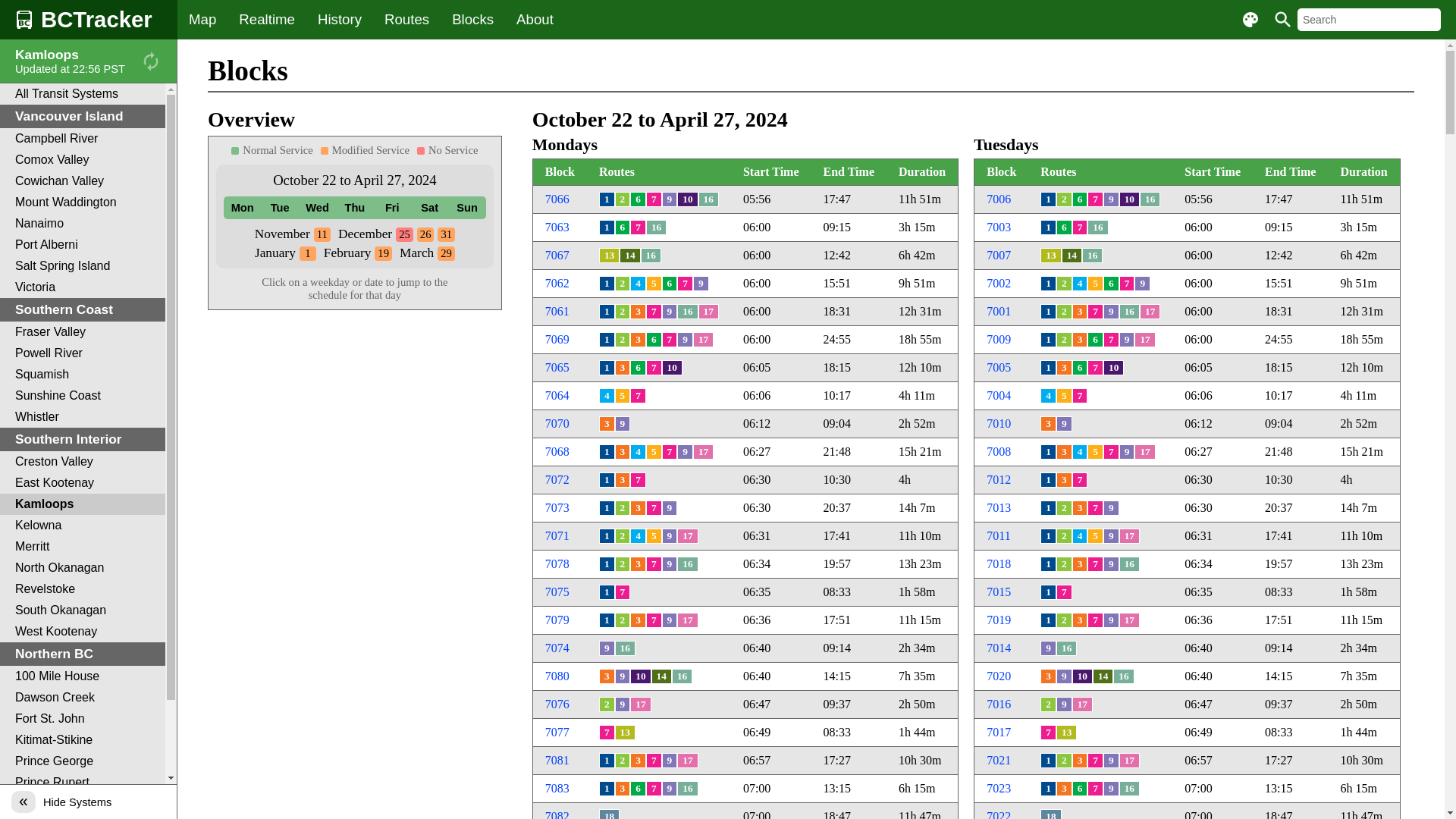  I want to click on 'Creston Valley', so click(82, 461).